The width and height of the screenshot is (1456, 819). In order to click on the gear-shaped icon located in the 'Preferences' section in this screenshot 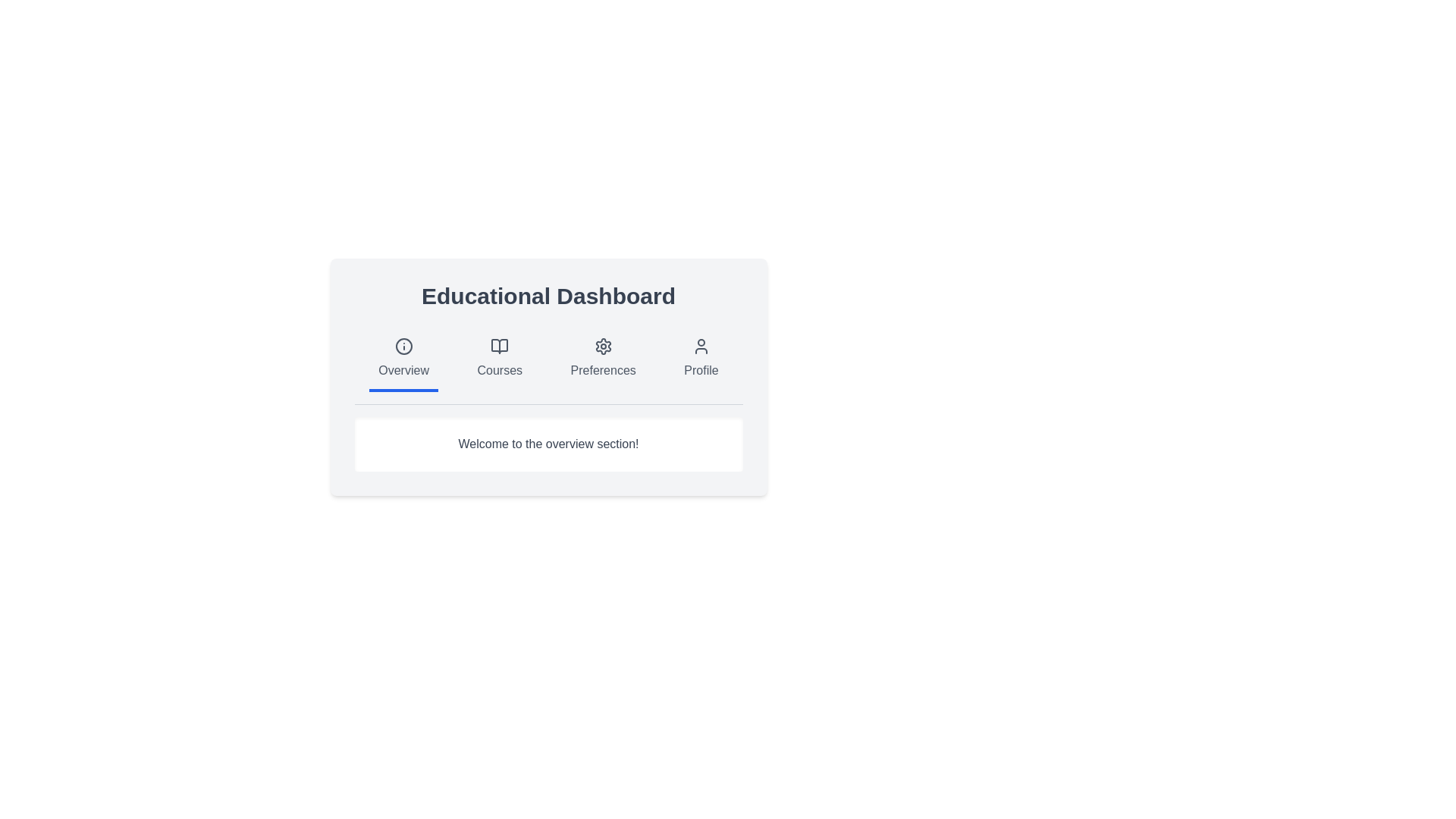, I will do `click(602, 346)`.